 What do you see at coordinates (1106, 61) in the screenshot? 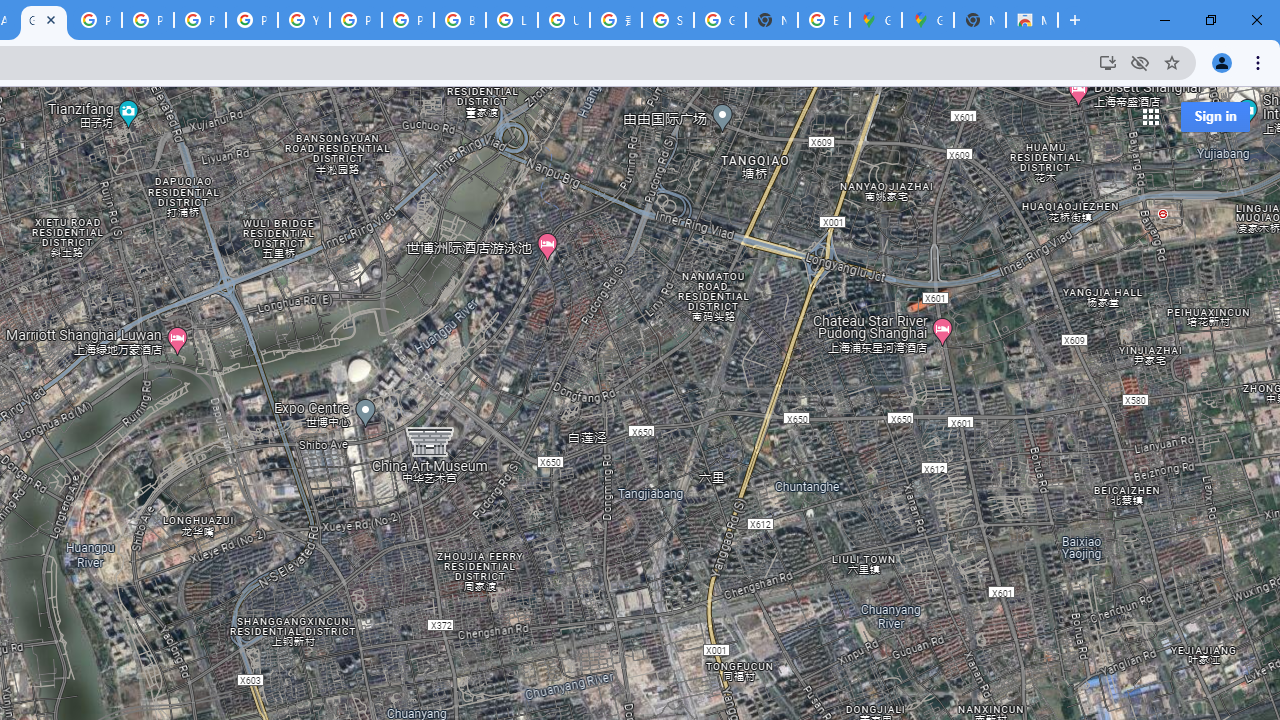
I see `'Install Google Maps'` at bounding box center [1106, 61].